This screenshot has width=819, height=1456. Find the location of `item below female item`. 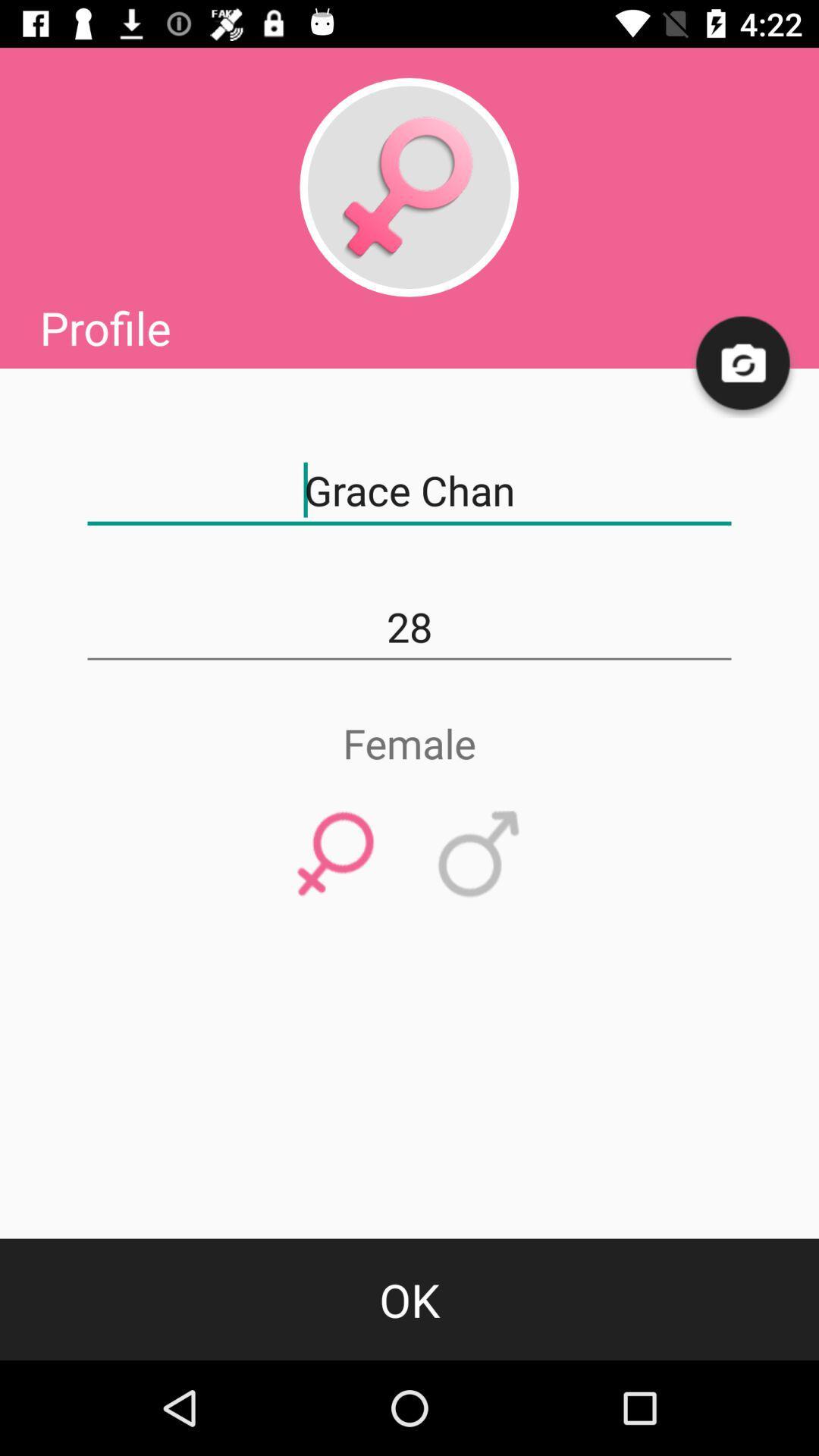

item below female item is located at coordinates (335, 855).